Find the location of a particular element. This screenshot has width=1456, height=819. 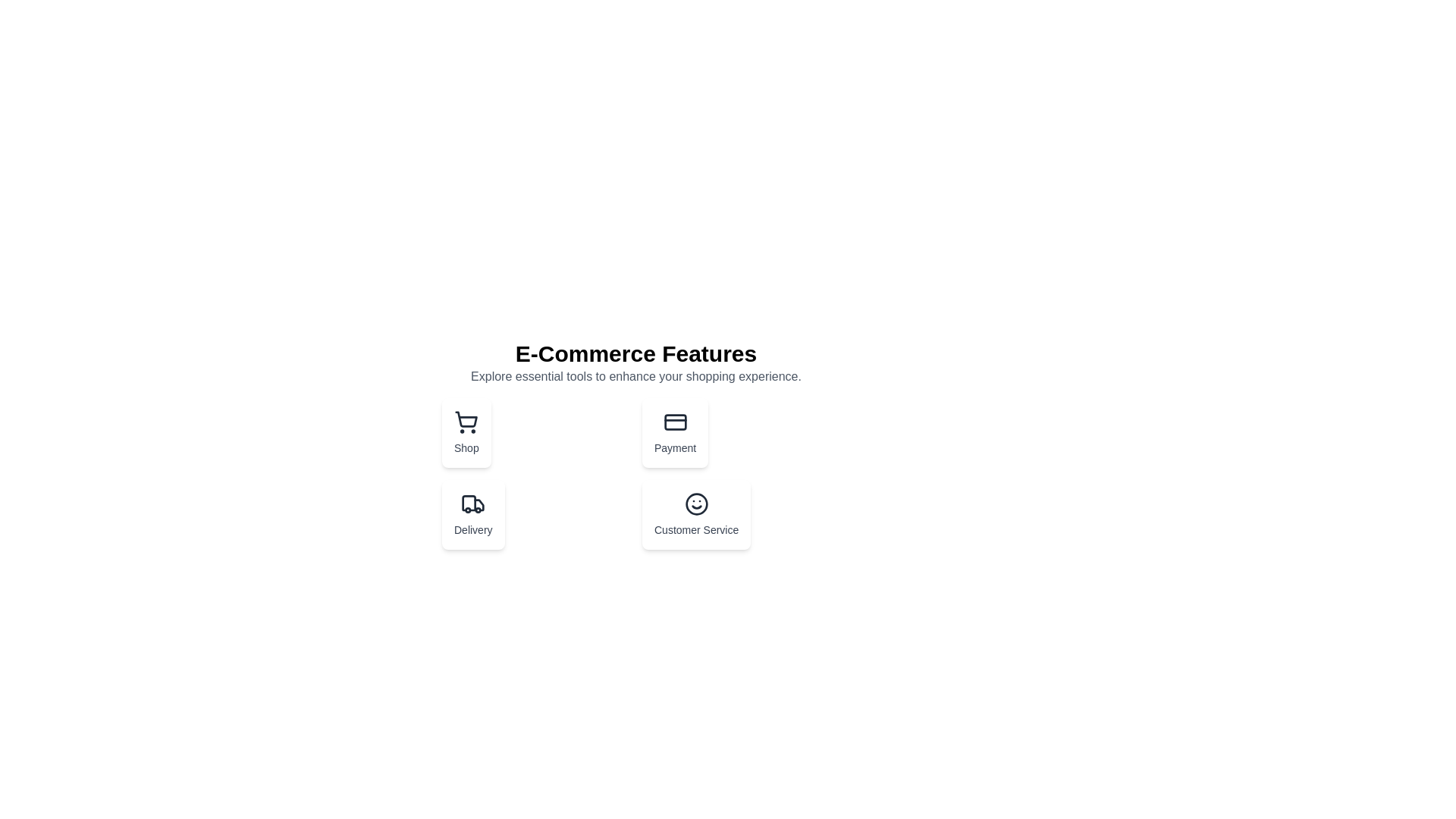

the Button-like card labeled 'Shop' with a shopping cart icon, located at the top-left corner of the 'E-Commerce Features' grid layout is located at coordinates (466, 432).